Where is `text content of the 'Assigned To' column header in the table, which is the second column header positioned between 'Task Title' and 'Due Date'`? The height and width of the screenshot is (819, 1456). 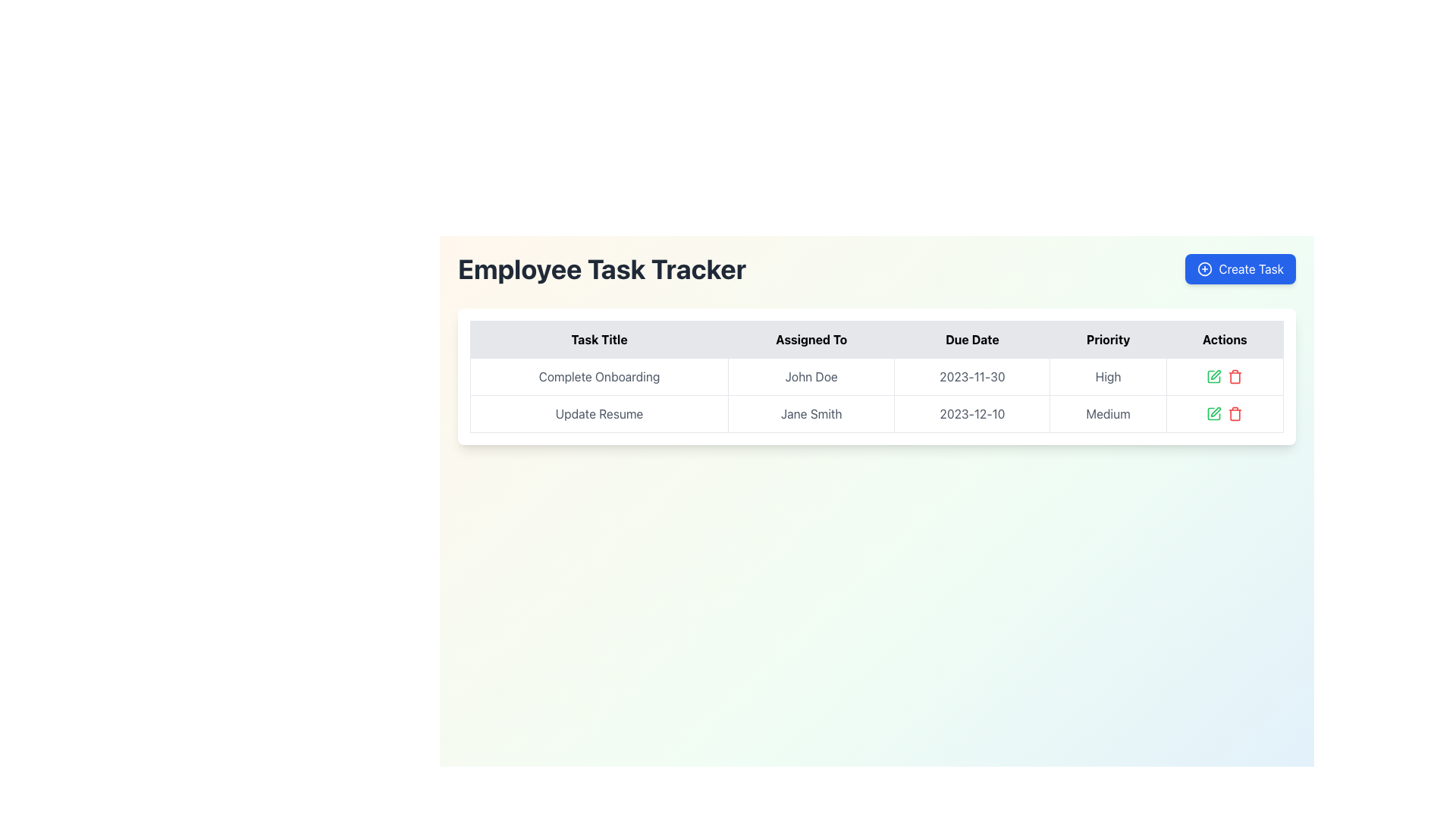 text content of the 'Assigned To' column header in the table, which is the second column header positioned between 'Task Title' and 'Due Date' is located at coordinates (811, 338).